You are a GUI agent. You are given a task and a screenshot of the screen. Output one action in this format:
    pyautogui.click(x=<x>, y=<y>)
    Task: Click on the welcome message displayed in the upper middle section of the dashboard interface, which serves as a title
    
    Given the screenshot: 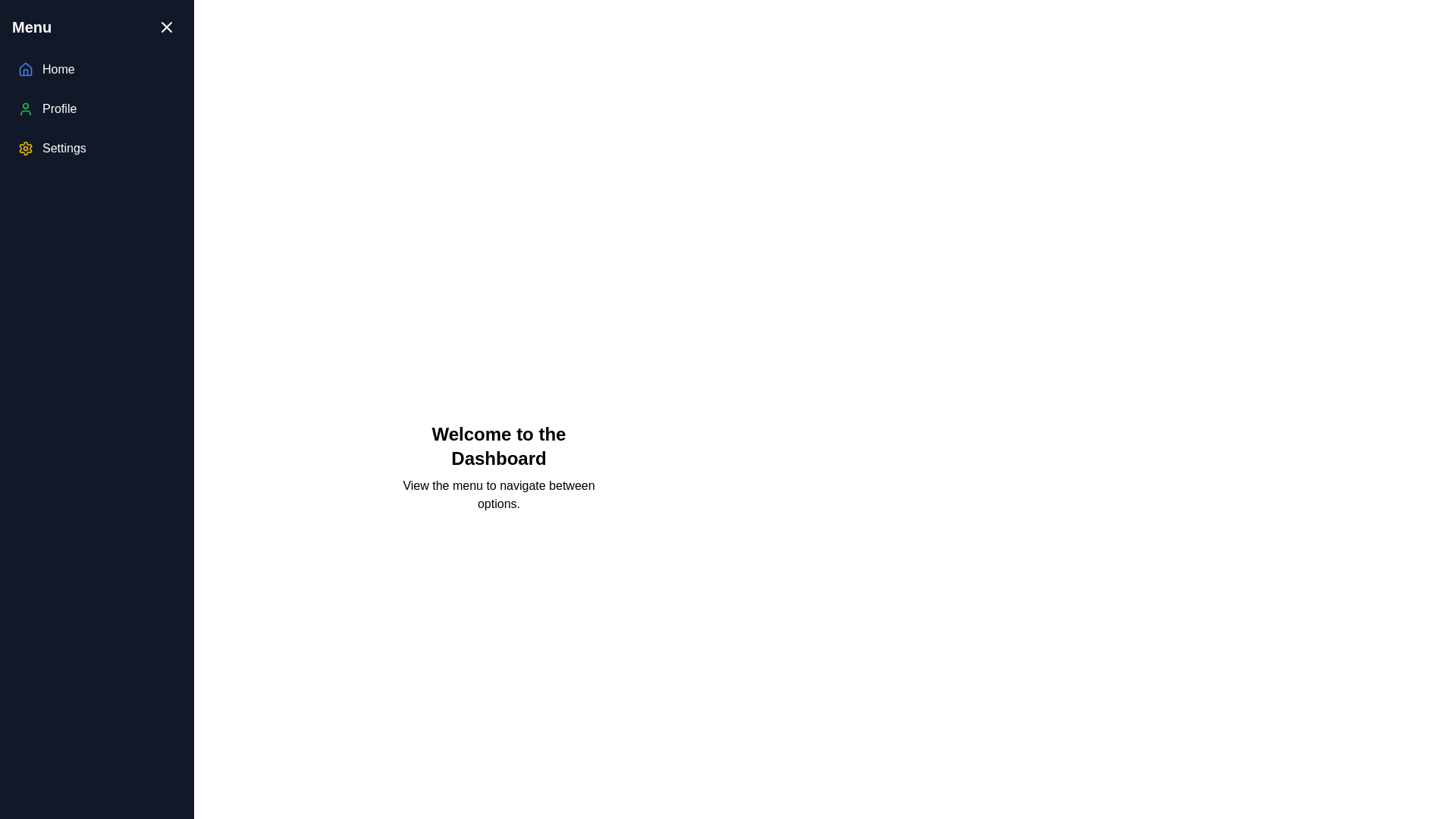 What is the action you would take?
    pyautogui.click(x=498, y=446)
    